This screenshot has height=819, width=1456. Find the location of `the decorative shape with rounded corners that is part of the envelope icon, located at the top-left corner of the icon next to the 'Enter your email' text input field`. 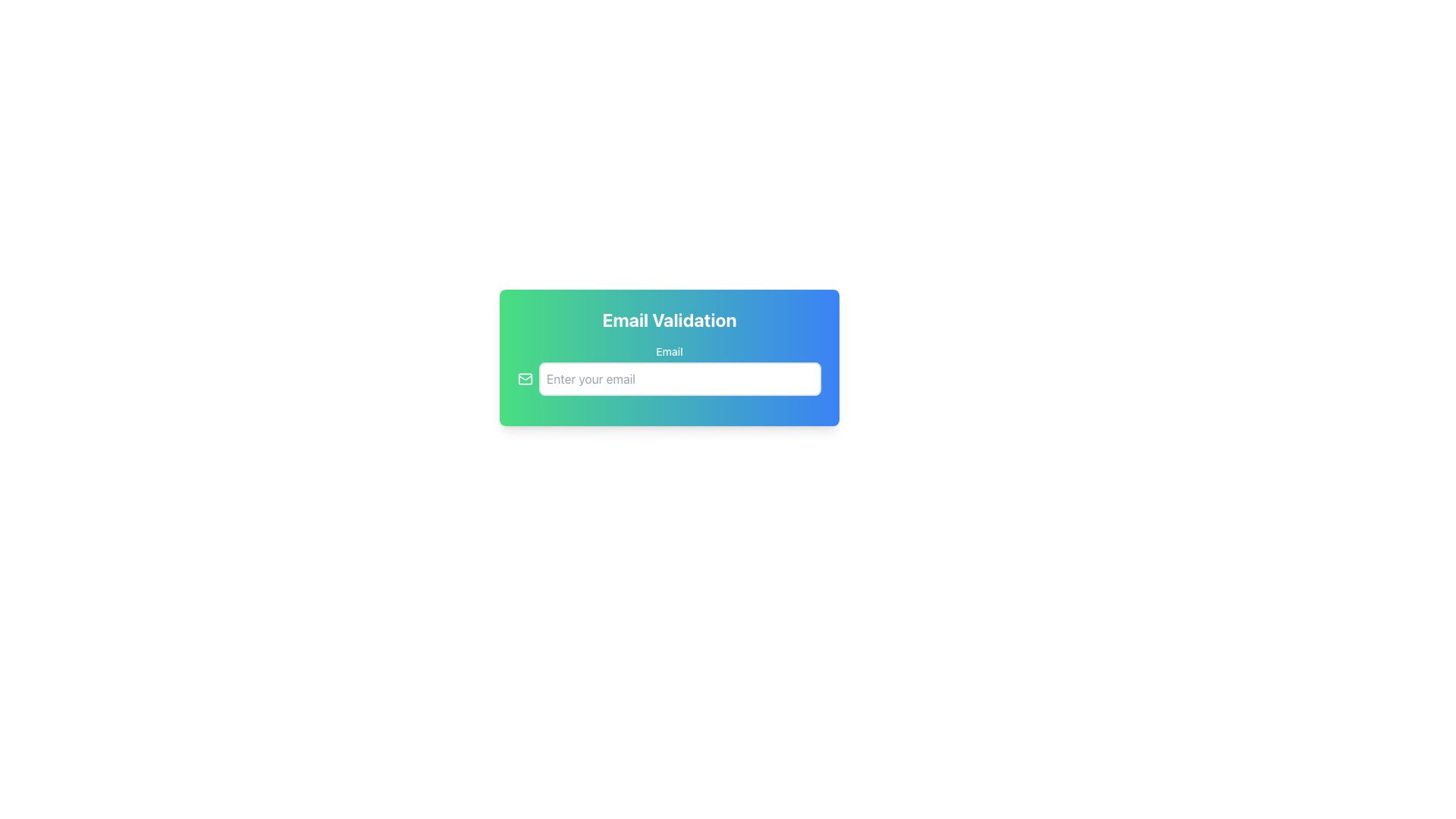

the decorative shape with rounded corners that is part of the envelope icon, located at the top-left corner of the icon next to the 'Enter your email' text input field is located at coordinates (525, 378).